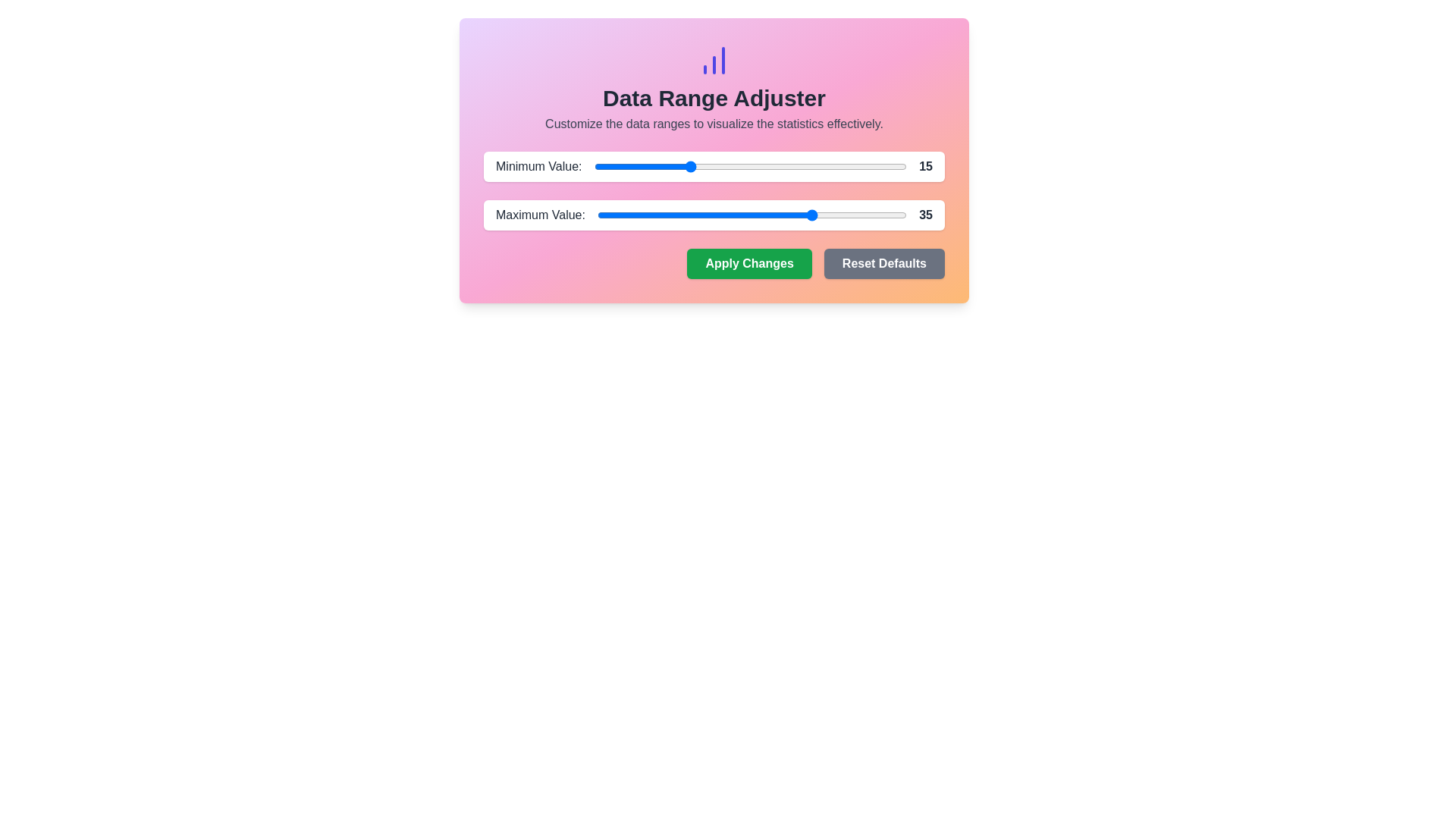 The width and height of the screenshot is (1456, 819). I want to click on the slider to set the range value to 25, so click(750, 166).